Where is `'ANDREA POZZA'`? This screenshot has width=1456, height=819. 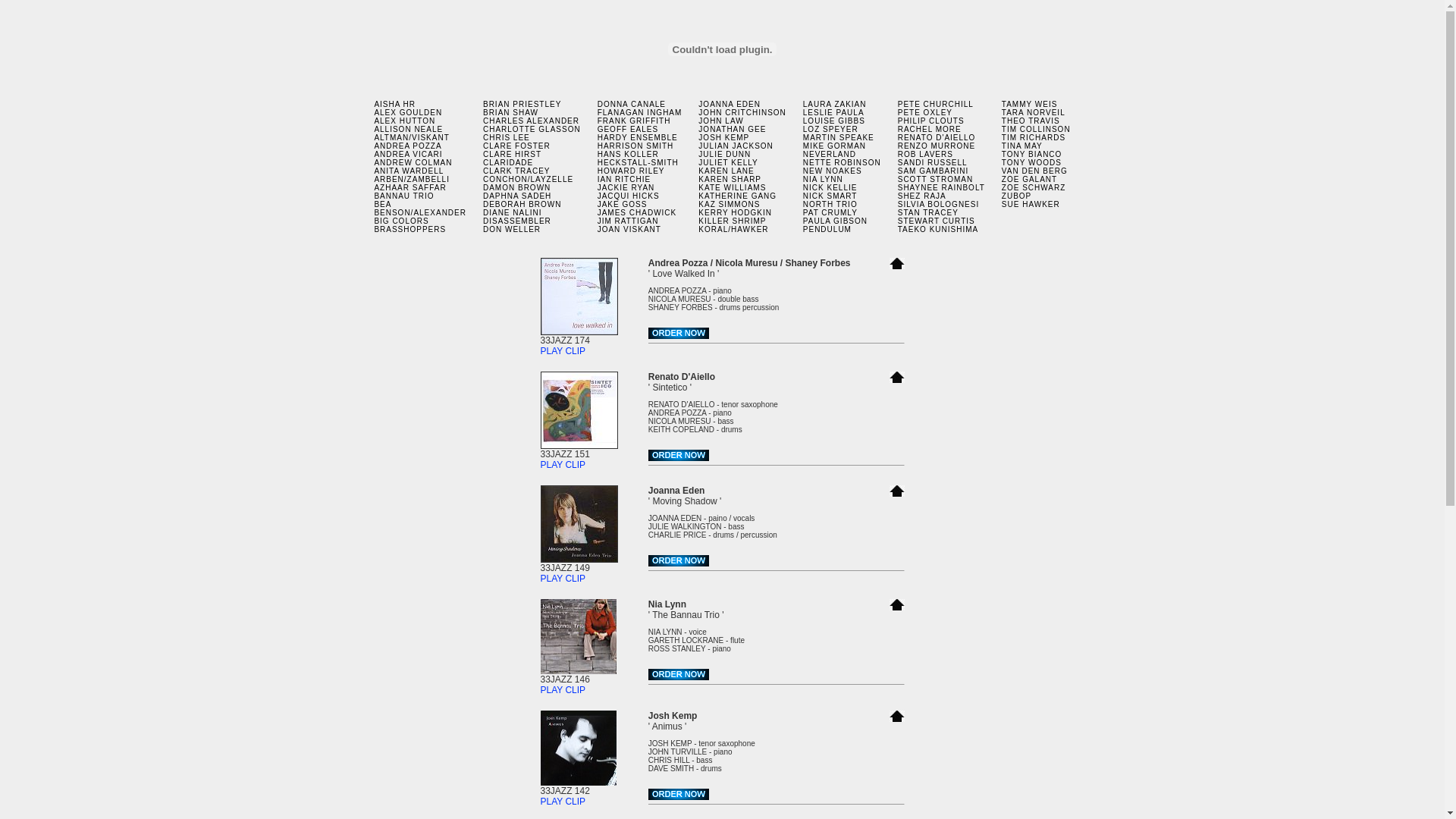 'ANDREA POZZA' is located at coordinates (407, 146).